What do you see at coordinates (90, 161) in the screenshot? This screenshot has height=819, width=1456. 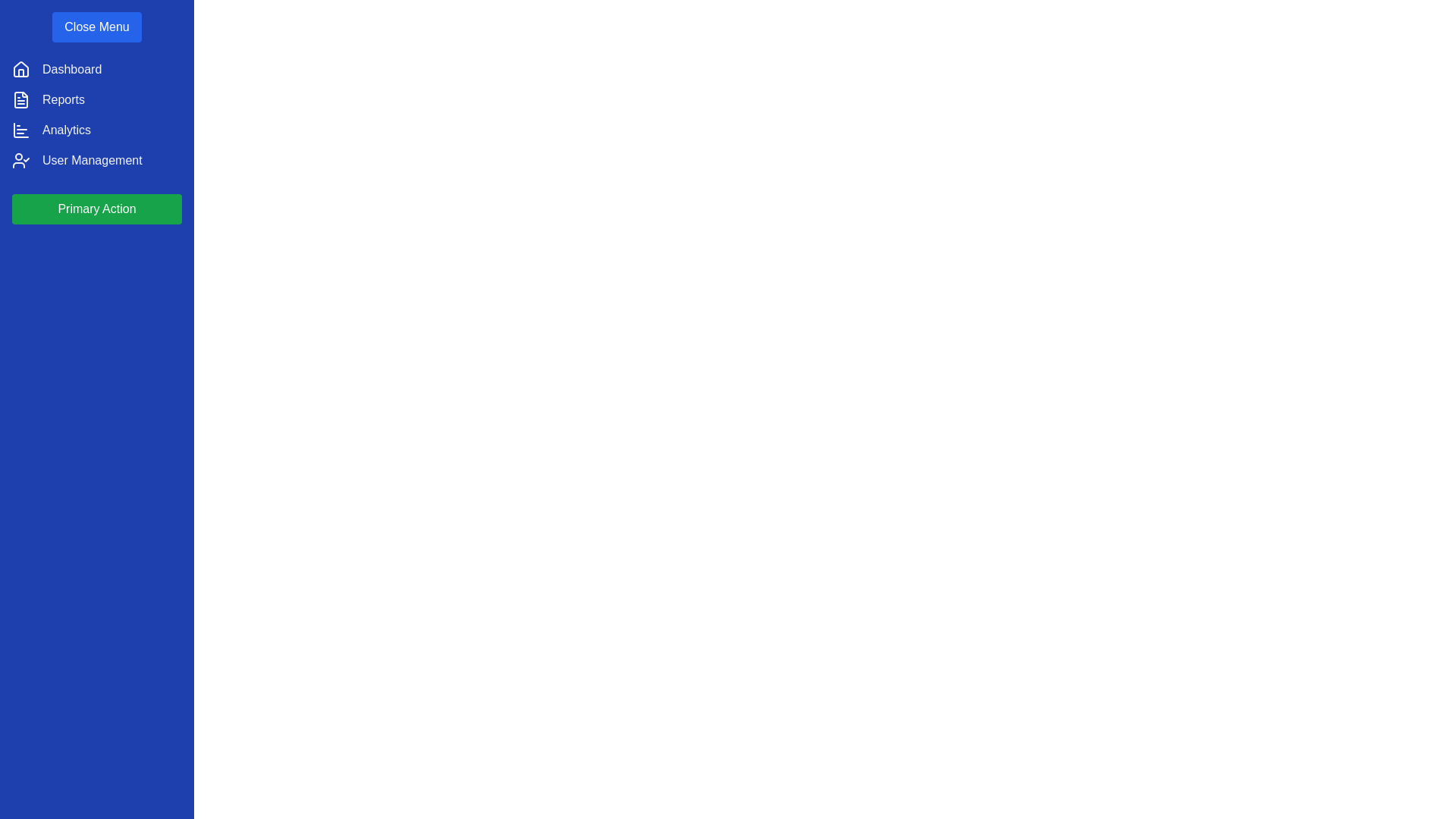 I see `the navigation item User Management from the list` at bounding box center [90, 161].